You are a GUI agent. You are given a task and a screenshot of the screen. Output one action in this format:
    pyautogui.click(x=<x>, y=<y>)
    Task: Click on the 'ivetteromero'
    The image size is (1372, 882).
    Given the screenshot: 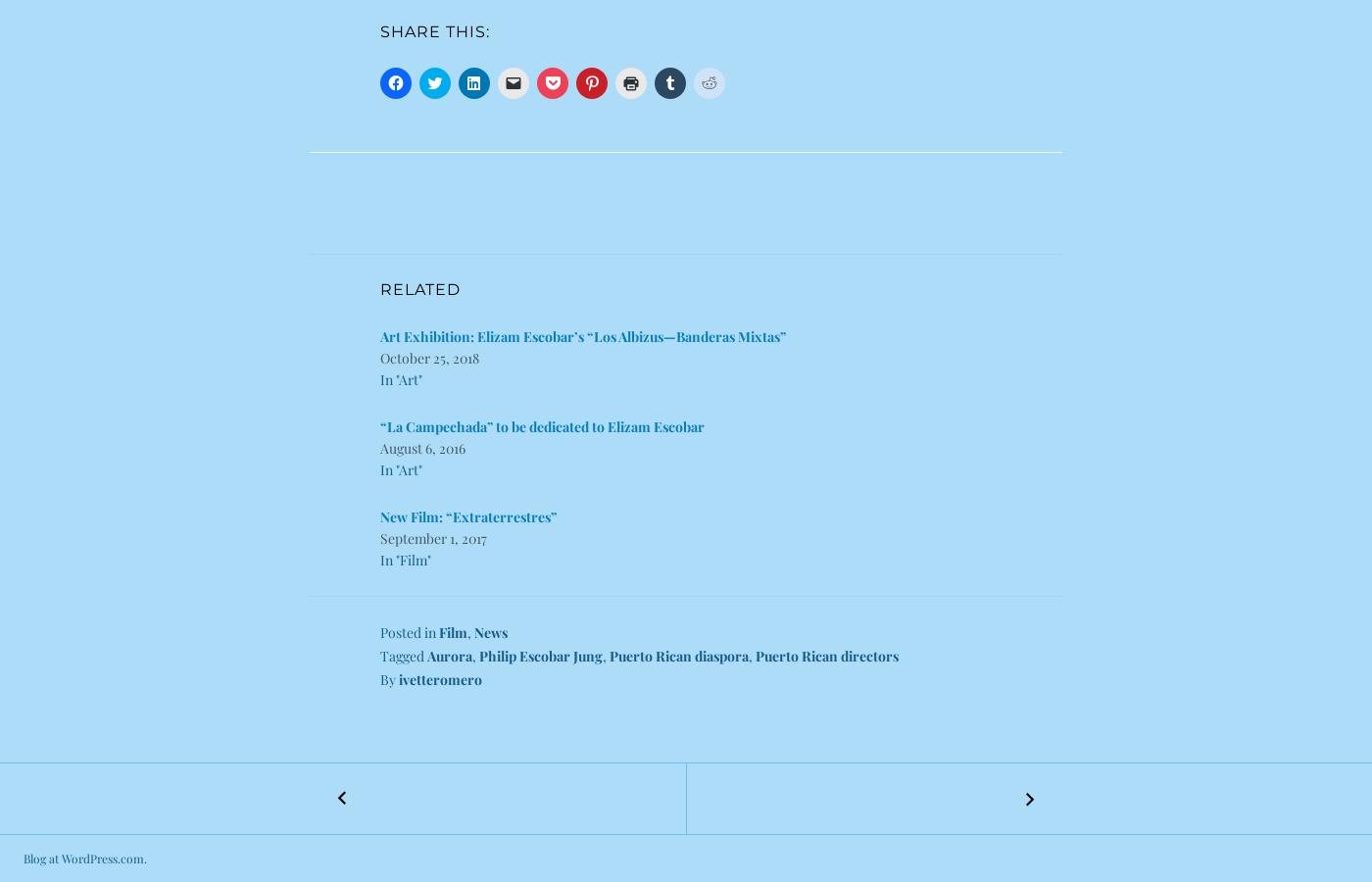 What is the action you would take?
    pyautogui.click(x=440, y=678)
    